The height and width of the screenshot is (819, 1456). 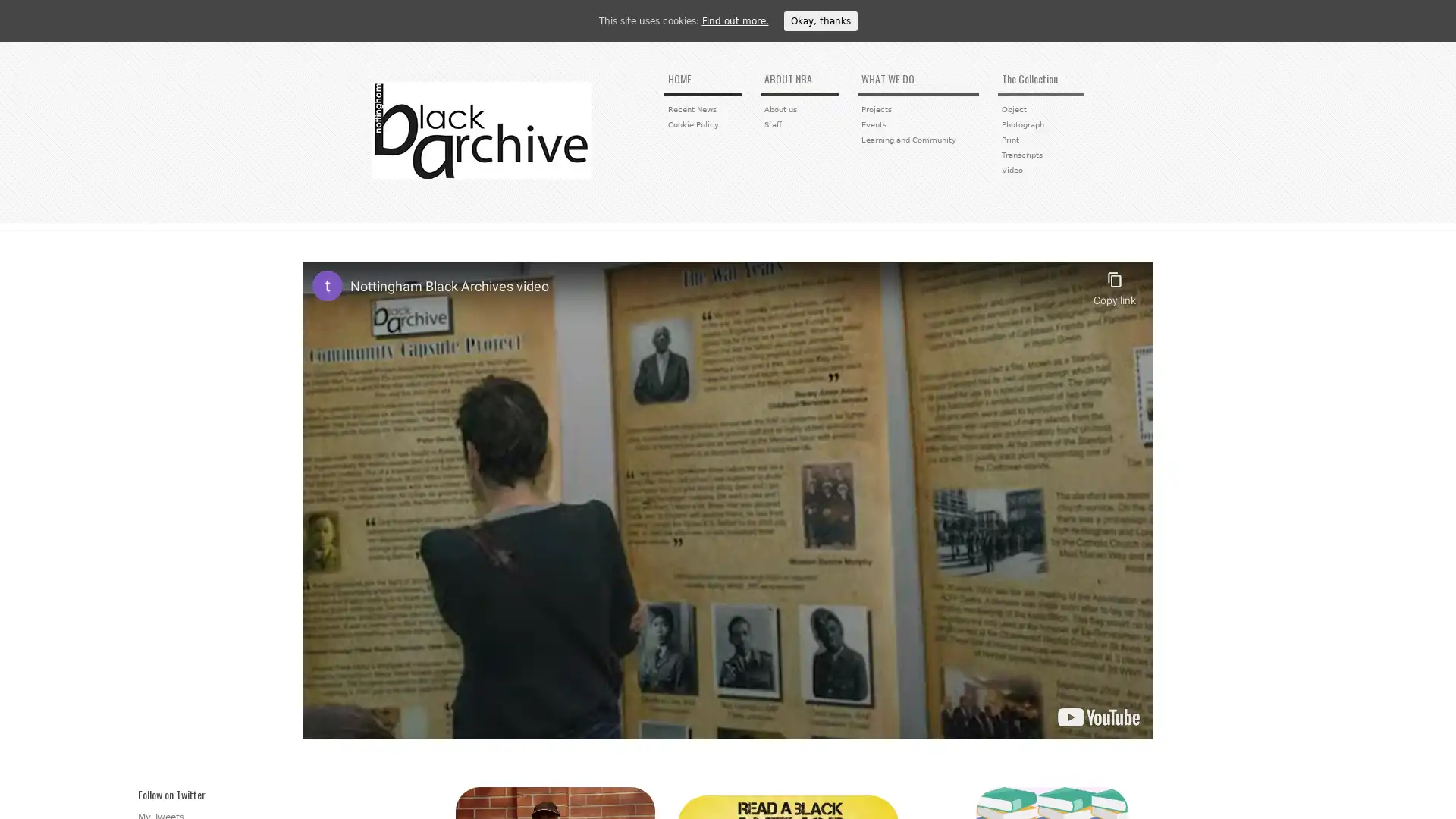 I want to click on Okay, thanks, so click(x=819, y=20).